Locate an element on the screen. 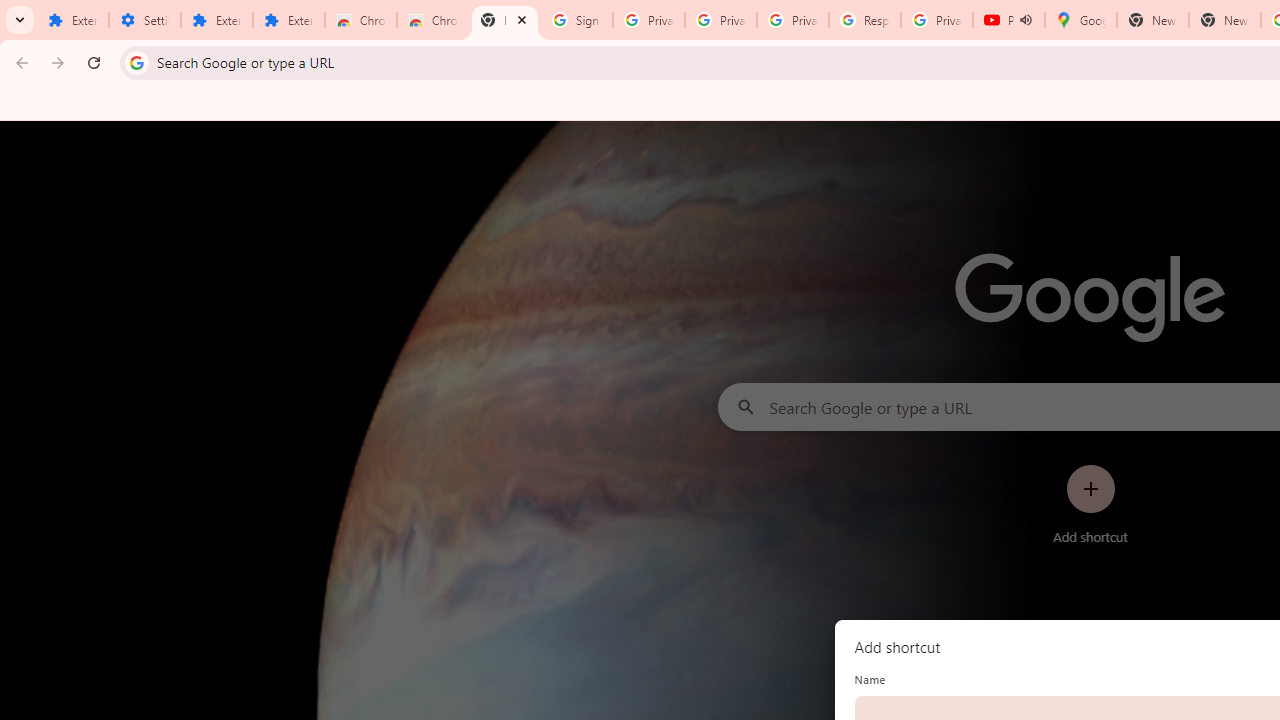  'Google Maps' is located at coordinates (1079, 20).